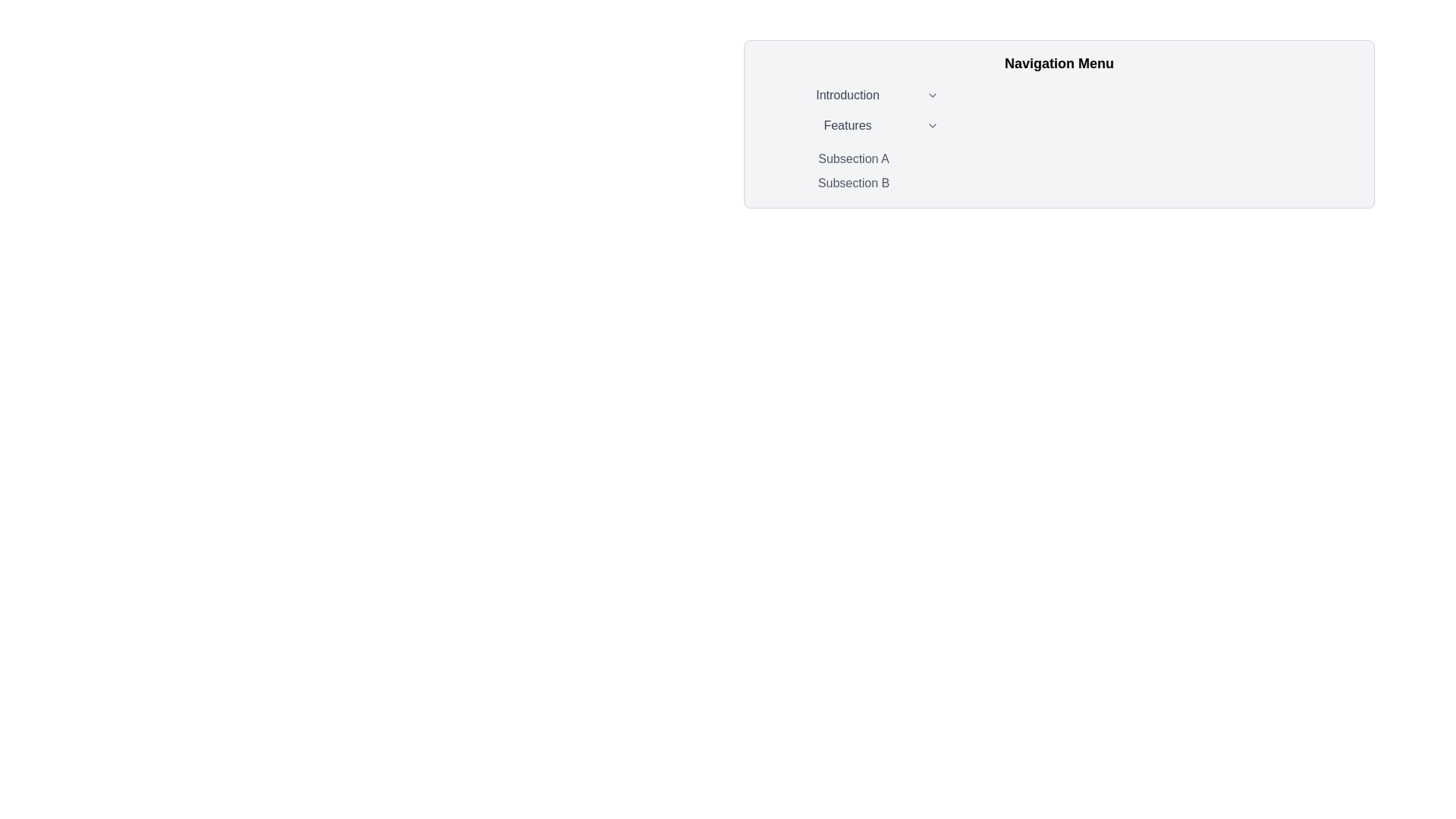 The image size is (1456, 819). Describe the element at coordinates (854, 158) in the screenshot. I see `the first hyperlink in the 'Navigation Menu' dropdown that redirects to 'Subsection A' to change its background color` at that location.